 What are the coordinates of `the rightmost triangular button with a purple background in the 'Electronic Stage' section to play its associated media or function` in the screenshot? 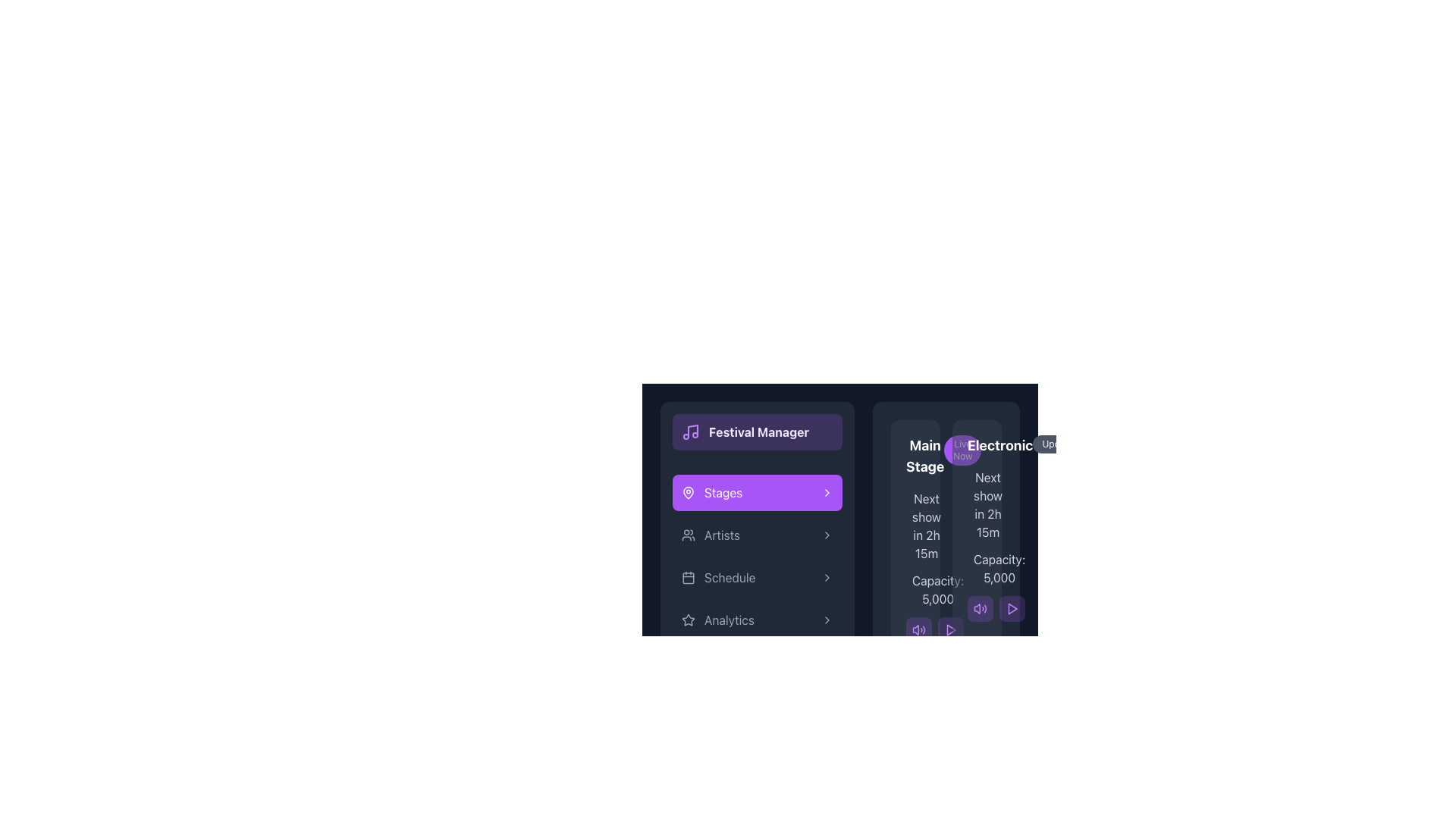 It's located at (1012, 607).